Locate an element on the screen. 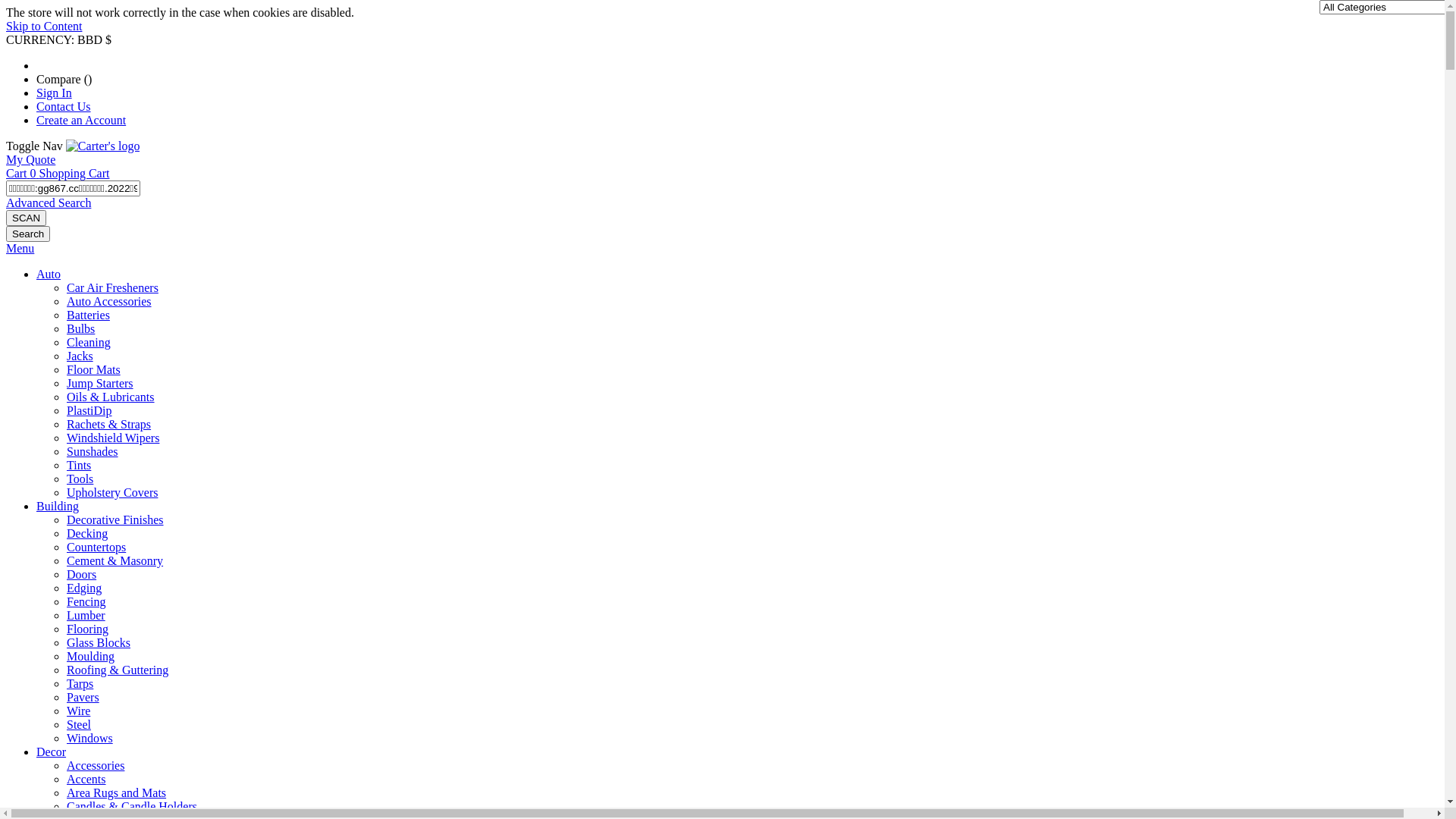 The height and width of the screenshot is (819, 1456). 'Building' is located at coordinates (58, 506).